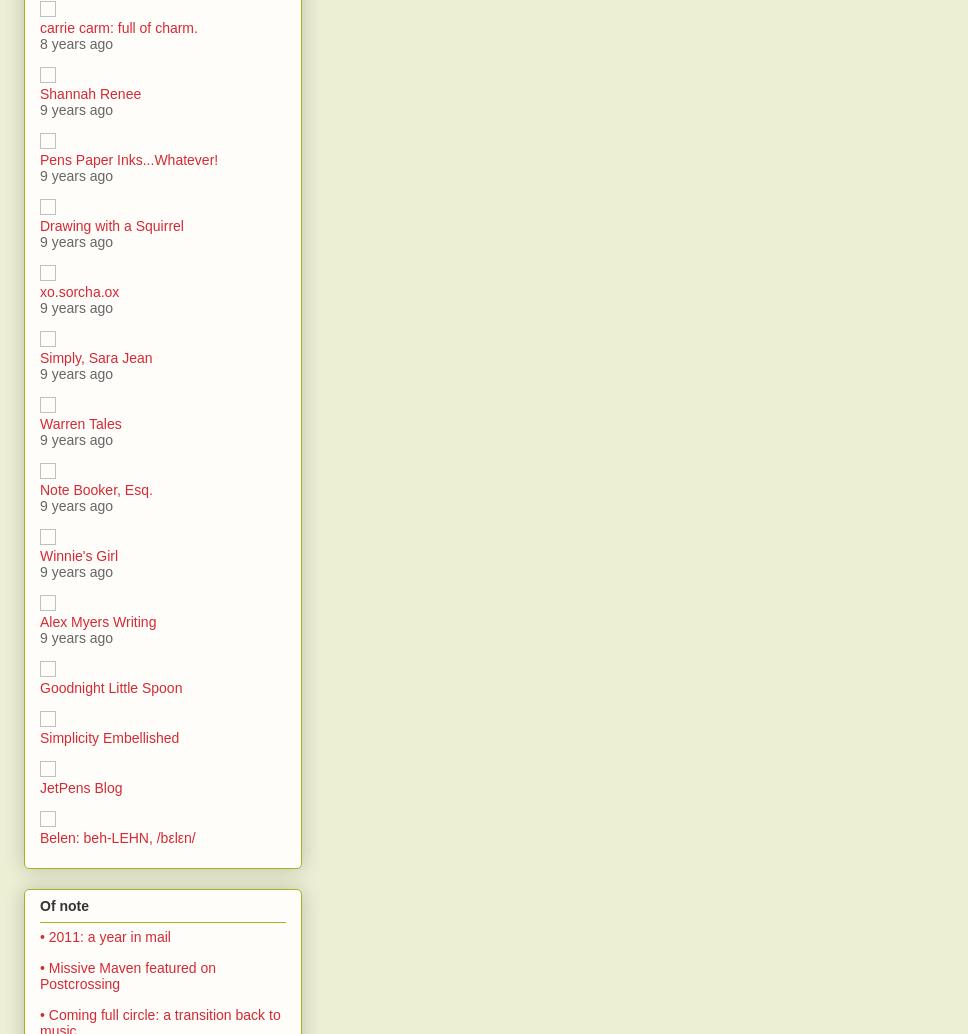  Describe the element at coordinates (39, 289) in the screenshot. I see `'xo.sorcha.ox'` at that location.